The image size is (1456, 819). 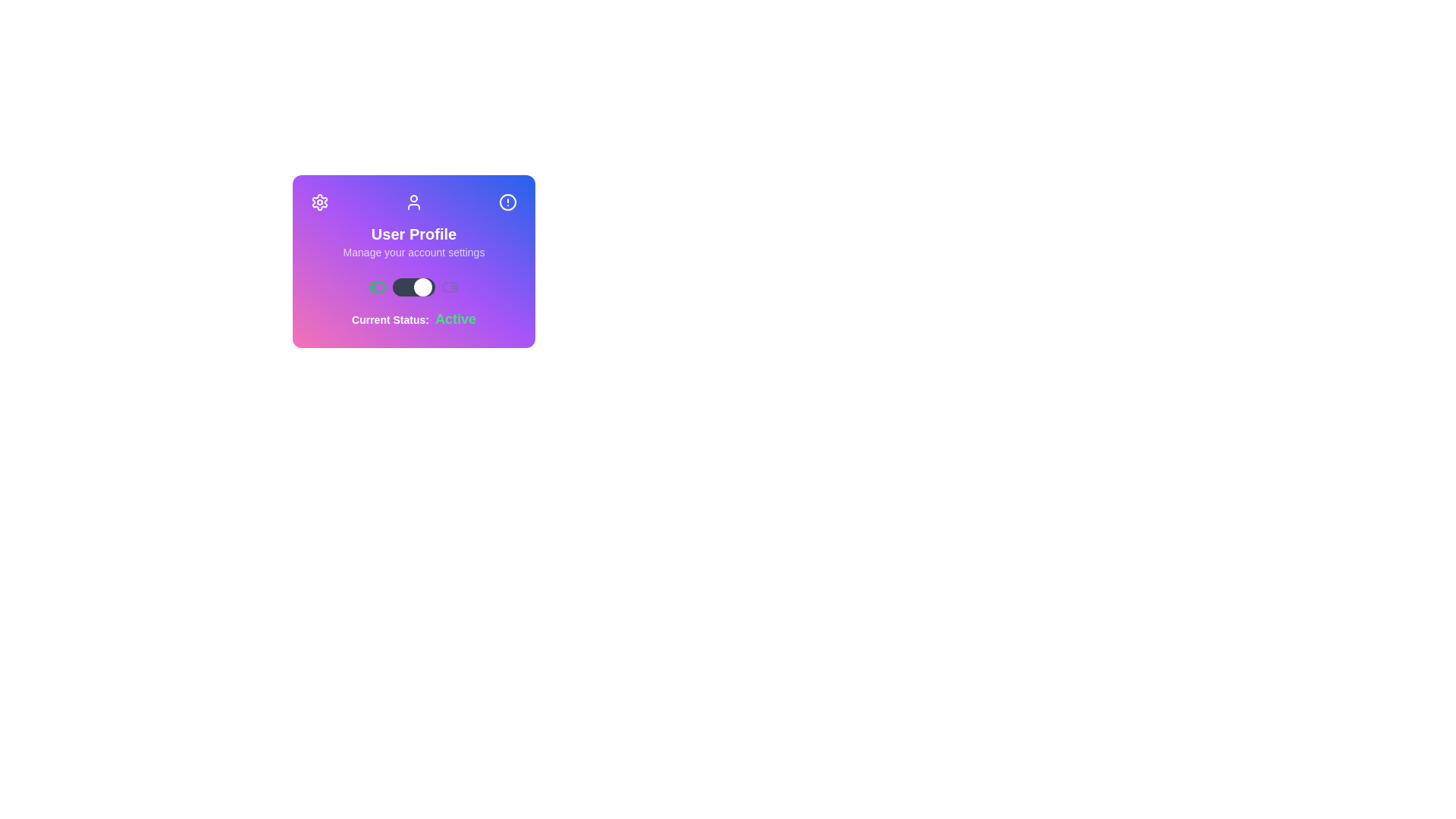 What do you see at coordinates (378, 287) in the screenshot?
I see `the rectangular toggle switch background located within the 'User Profile' card, which is situated between 'Manage your account settings' and 'Current Status: Active'` at bounding box center [378, 287].